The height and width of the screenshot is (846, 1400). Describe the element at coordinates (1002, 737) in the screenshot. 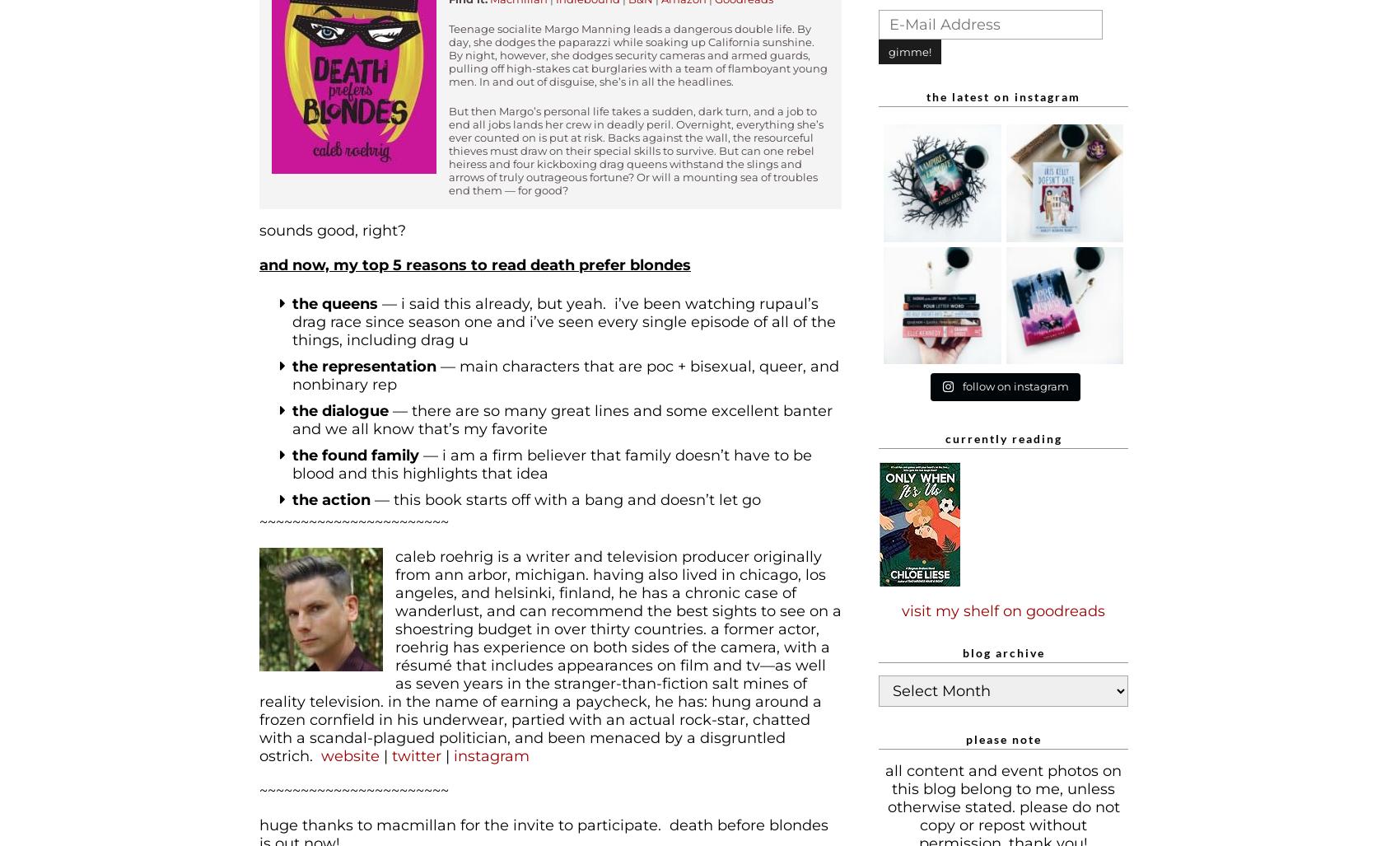

I see `'Please note'` at that location.